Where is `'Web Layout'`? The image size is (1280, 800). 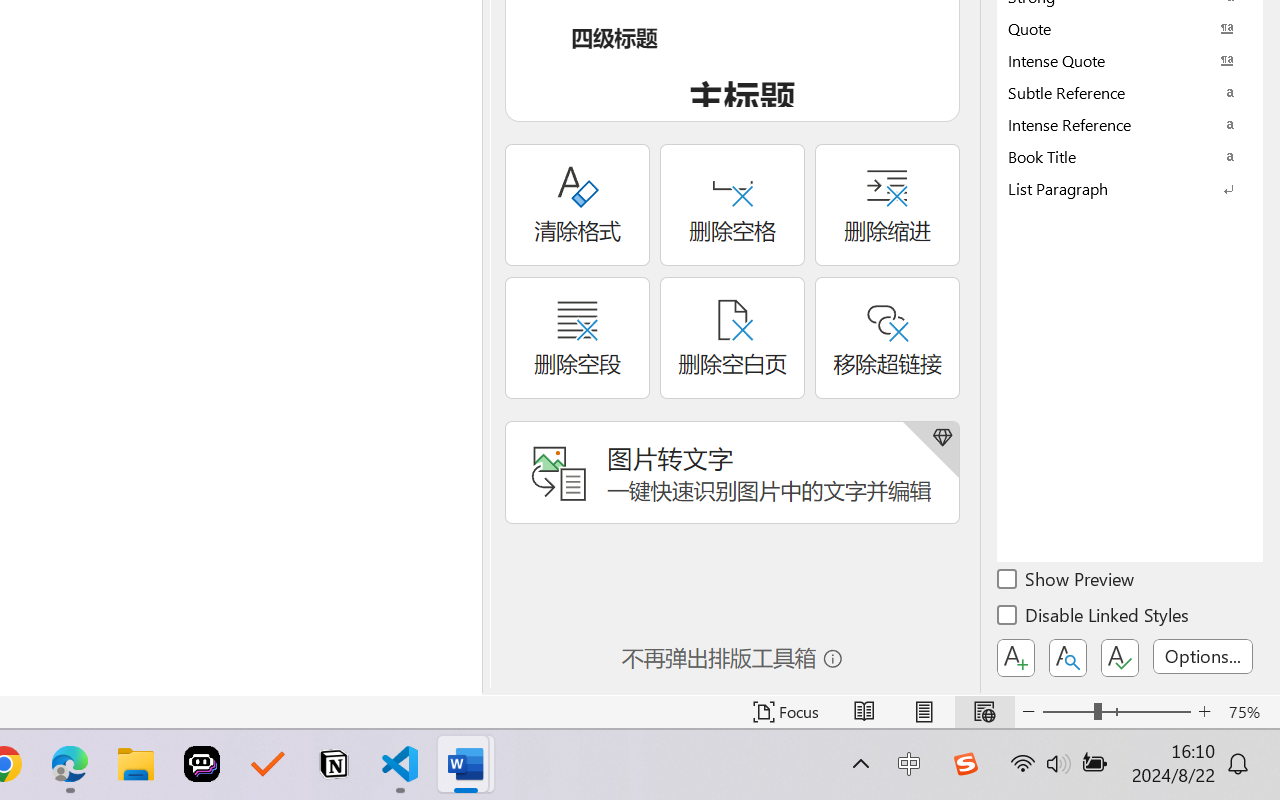
'Web Layout' is located at coordinates (984, 711).